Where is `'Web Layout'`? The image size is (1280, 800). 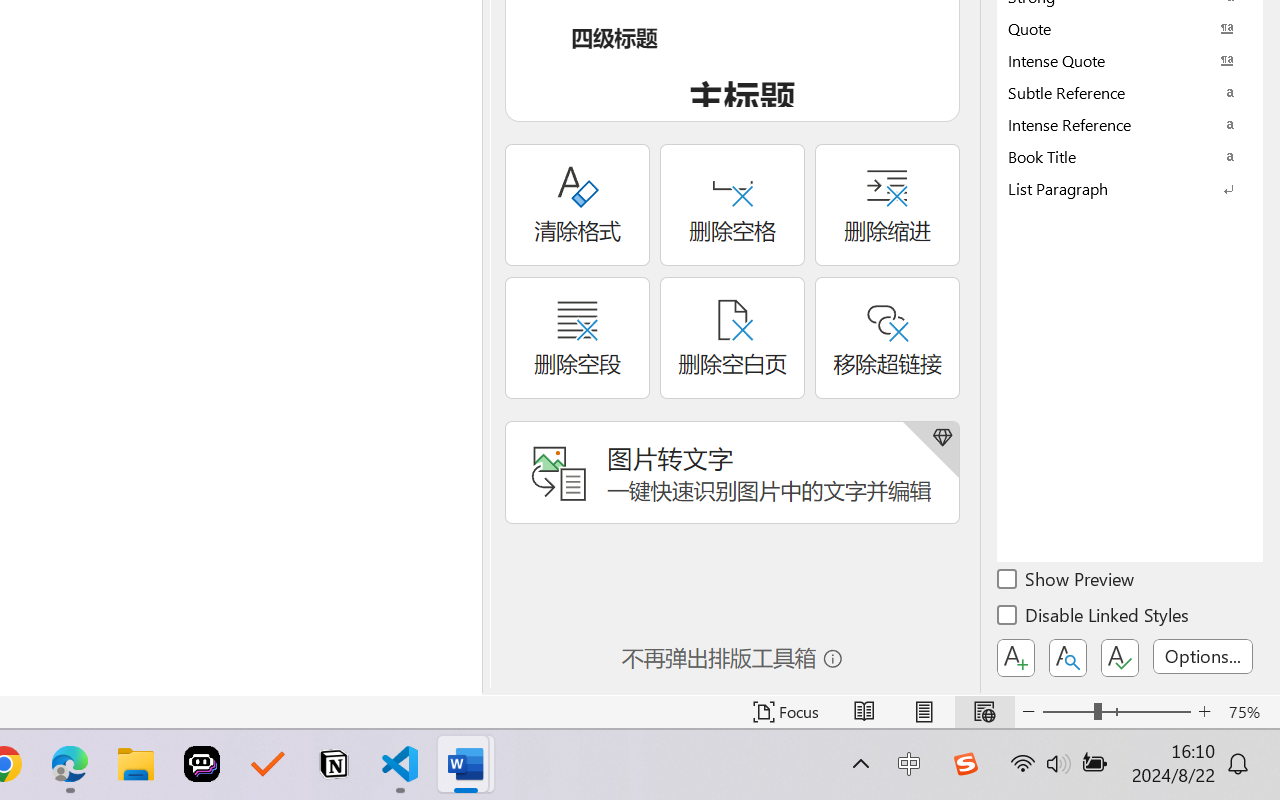
'Web Layout' is located at coordinates (984, 711).